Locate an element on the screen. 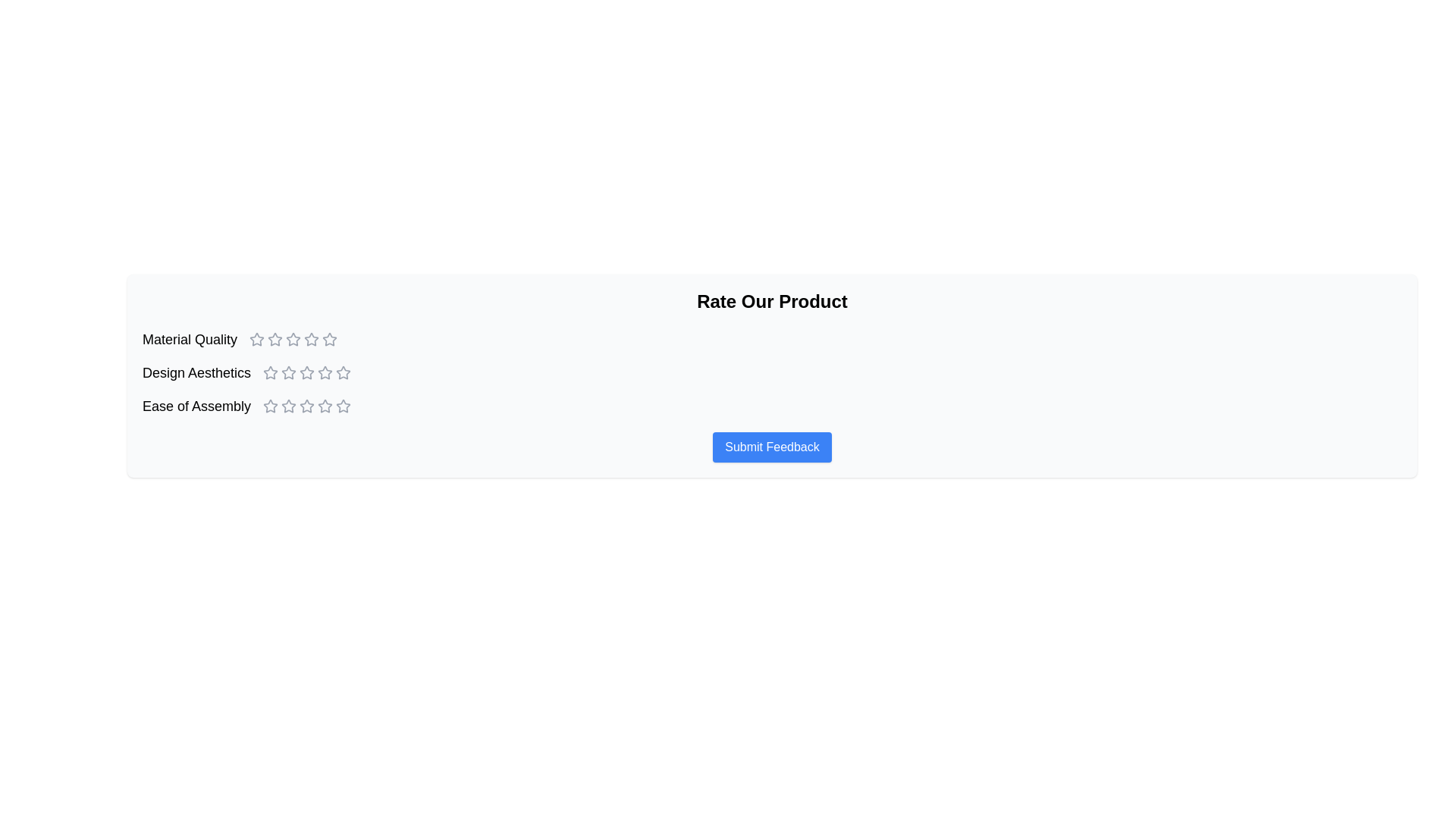 The width and height of the screenshot is (1456, 819). the third star icon is located at coordinates (306, 406).